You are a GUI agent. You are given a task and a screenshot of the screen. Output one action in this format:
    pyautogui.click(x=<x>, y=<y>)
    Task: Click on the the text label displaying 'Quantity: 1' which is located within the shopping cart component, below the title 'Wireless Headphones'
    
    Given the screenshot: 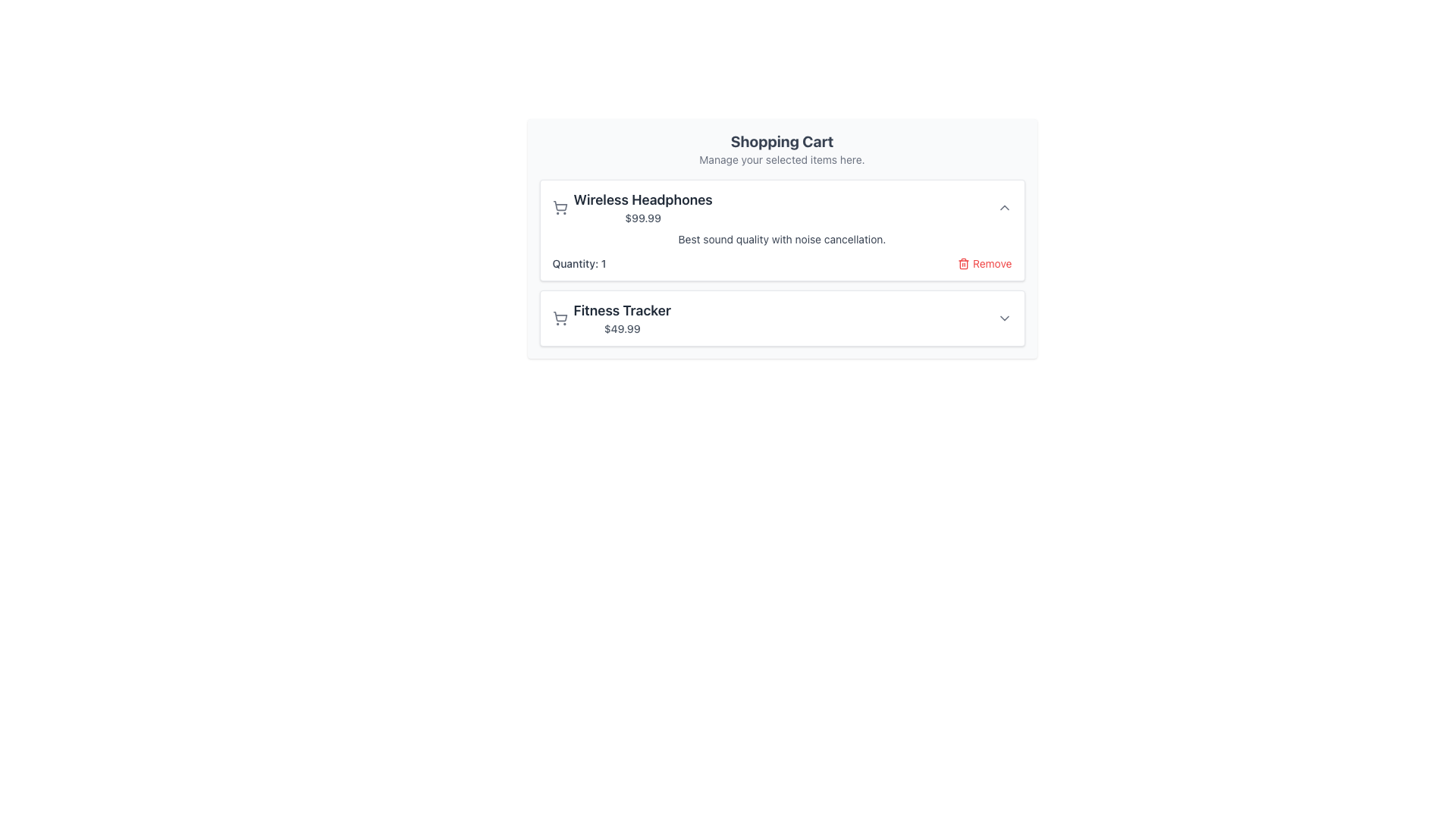 What is the action you would take?
    pyautogui.click(x=578, y=262)
    